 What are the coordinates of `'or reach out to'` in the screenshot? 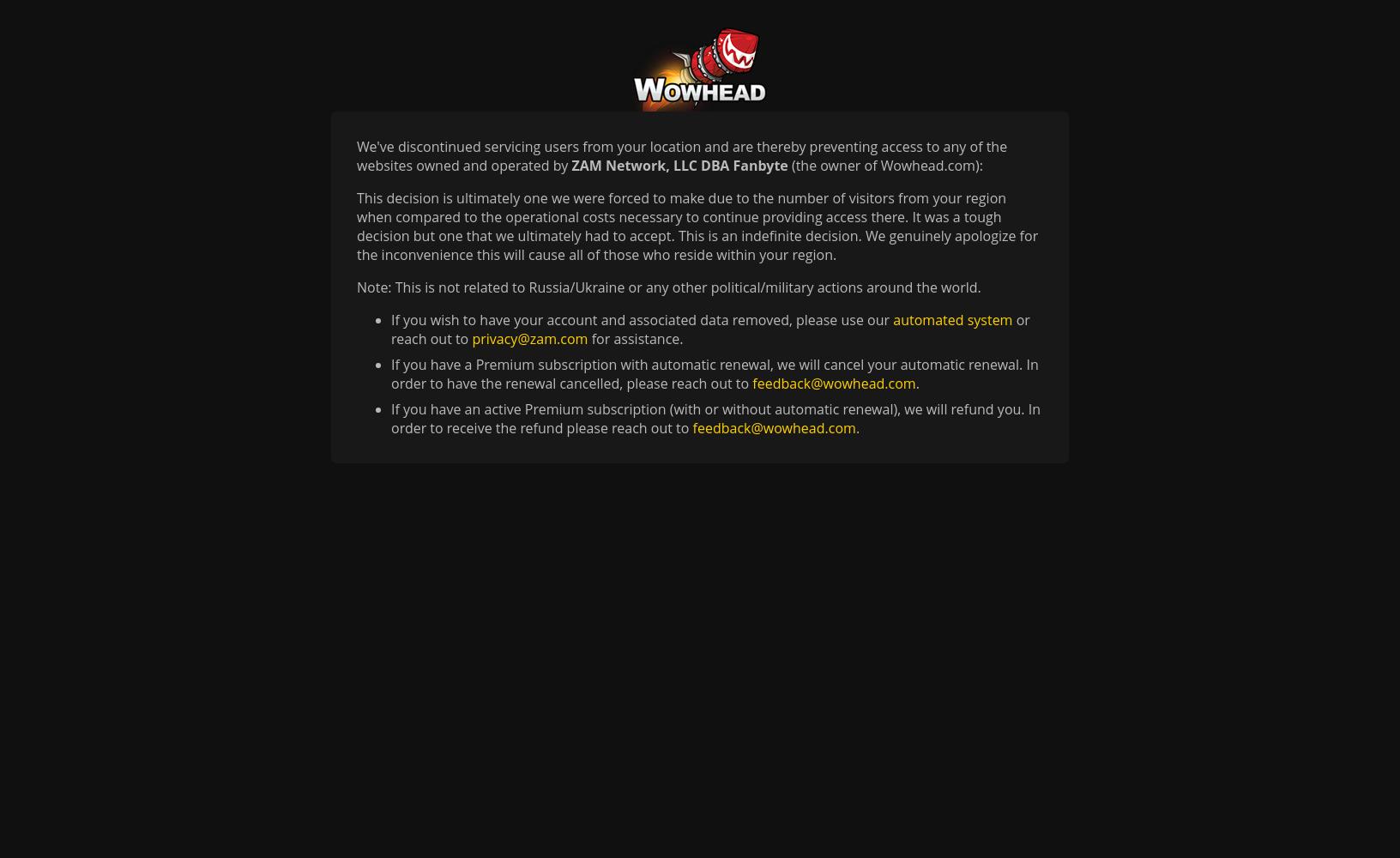 It's located at (709, 329).